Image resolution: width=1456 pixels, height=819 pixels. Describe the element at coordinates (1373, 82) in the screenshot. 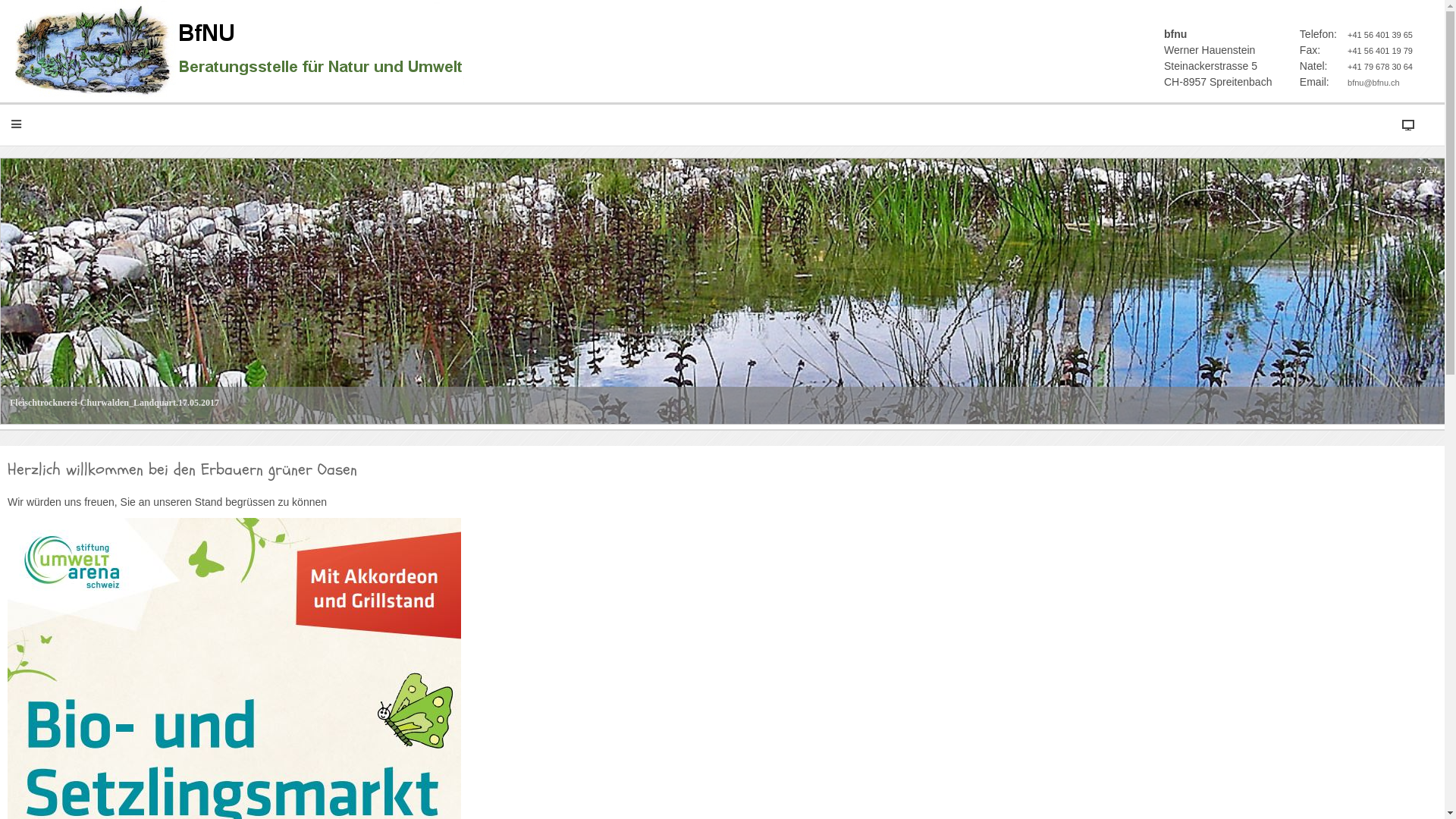

I see `'bfnu@bfnu.ch'` at that location.